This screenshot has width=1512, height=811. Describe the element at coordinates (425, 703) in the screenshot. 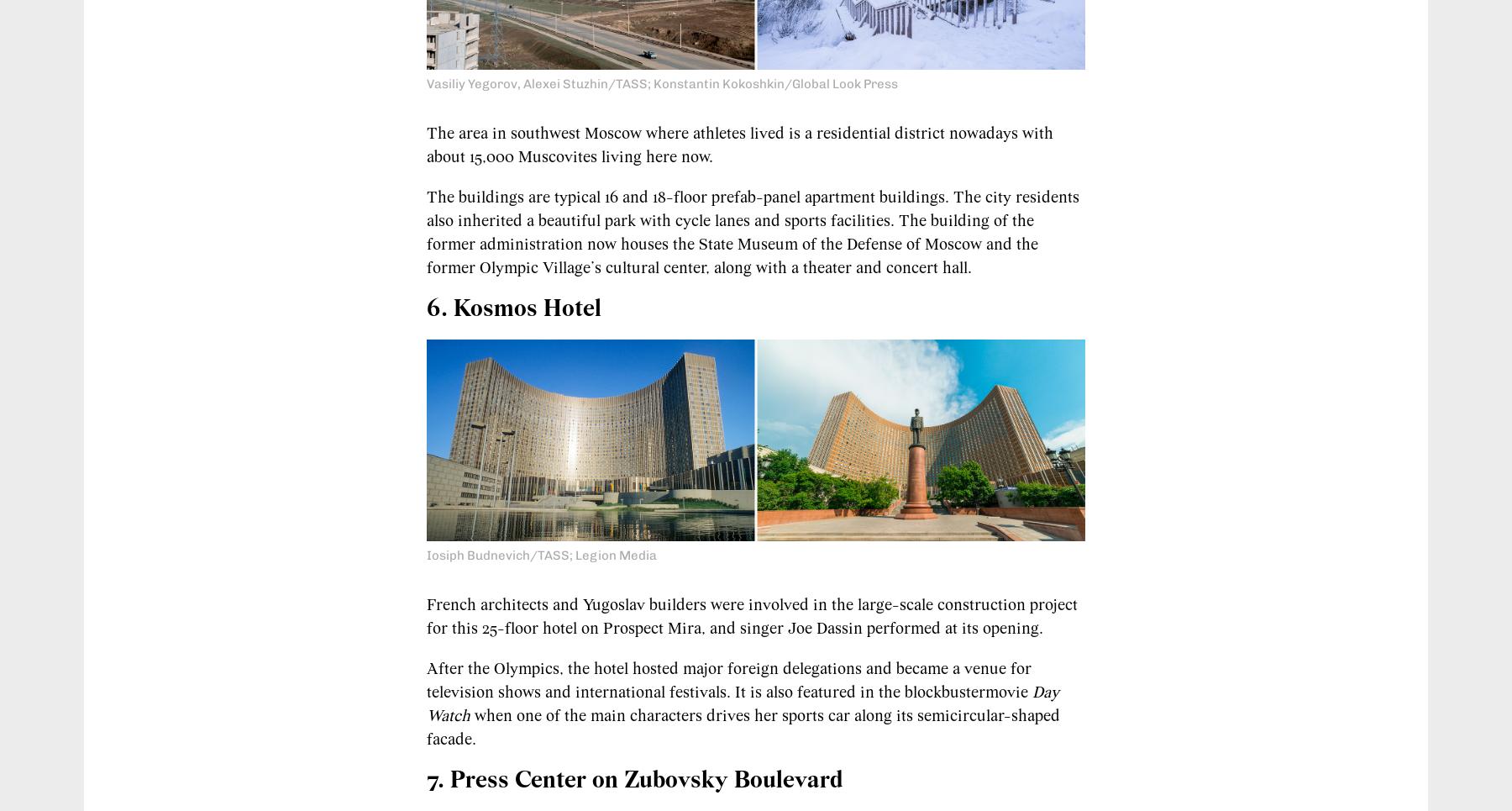

I see `'Day Watch'` at that location.